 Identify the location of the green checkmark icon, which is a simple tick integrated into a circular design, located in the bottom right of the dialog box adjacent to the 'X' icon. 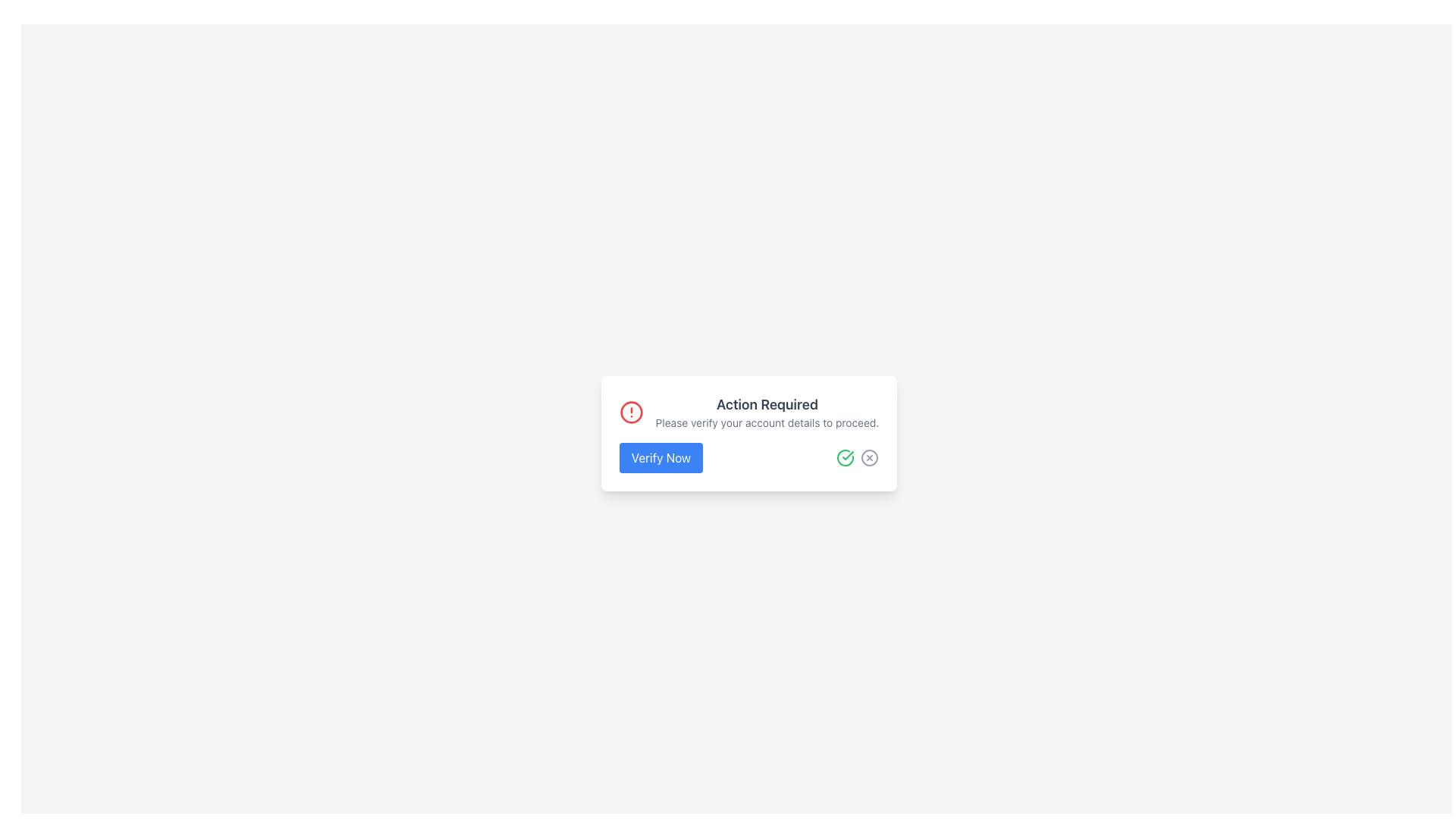
(847, 455).